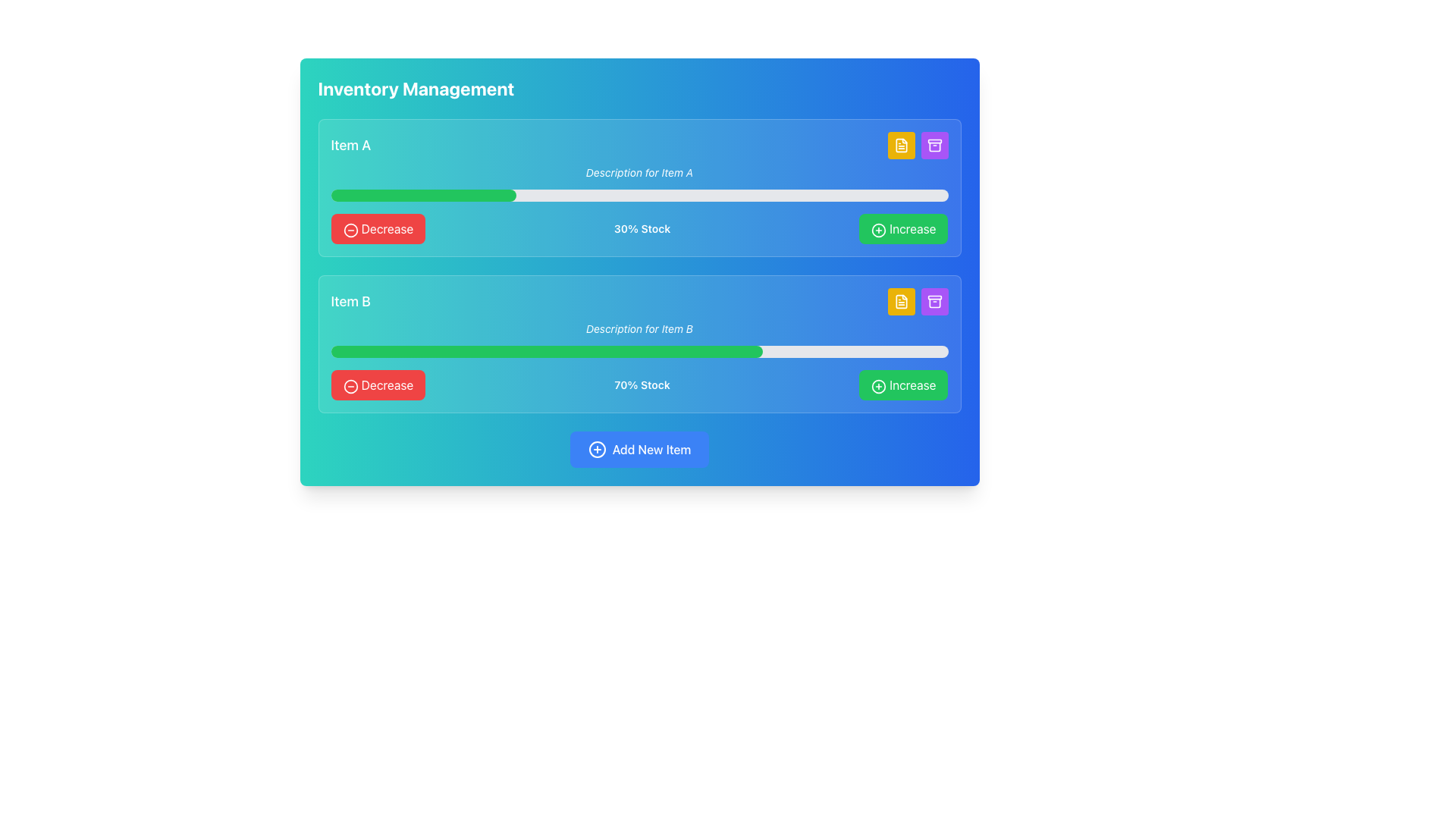  I want to click on the circular minus icon within the red 'Decrease' button to trigger a tooltip or visual response, so click(350, 230).